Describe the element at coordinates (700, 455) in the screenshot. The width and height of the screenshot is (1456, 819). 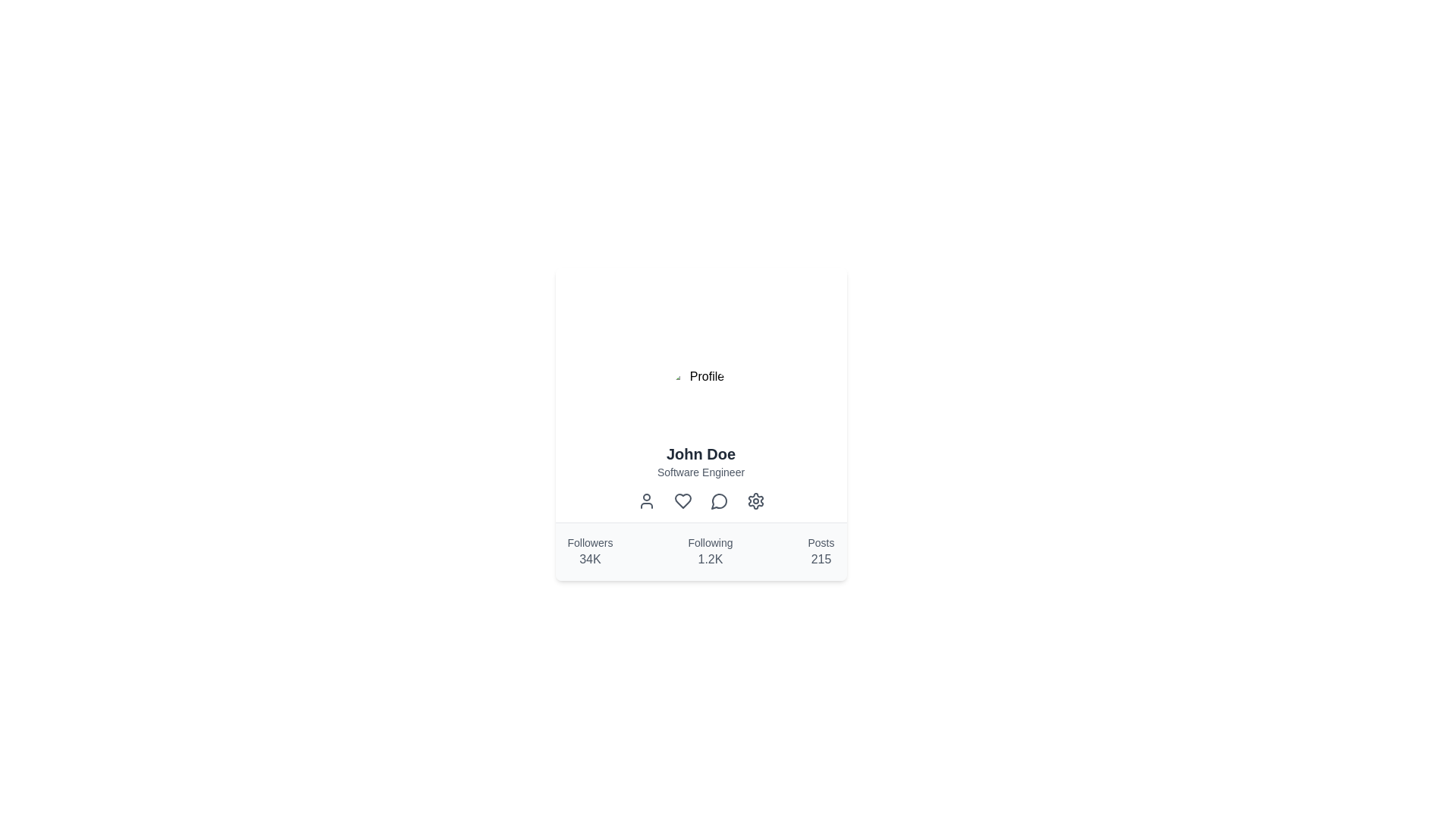
I see `the text display element that shows 'John Doe' and 'Software Engineer' in a user profile section` at that location.